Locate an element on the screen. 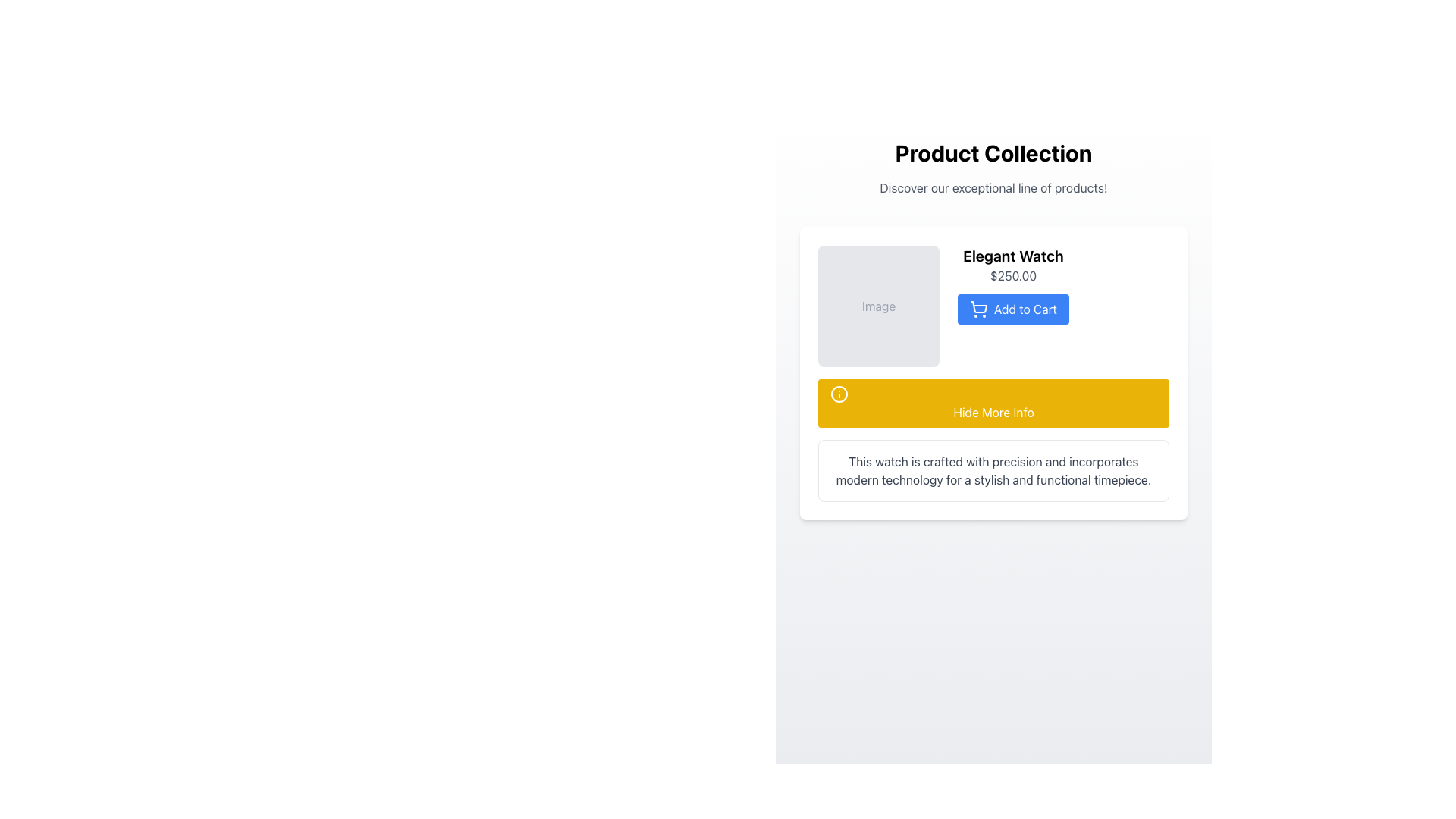 The height and width of the screenshot is (819, 1456). the decorative graphical icon within the 'Add to Cart' button, which enhances its visual representation and symbolizes its purpose is located at coordinates (979, 307).